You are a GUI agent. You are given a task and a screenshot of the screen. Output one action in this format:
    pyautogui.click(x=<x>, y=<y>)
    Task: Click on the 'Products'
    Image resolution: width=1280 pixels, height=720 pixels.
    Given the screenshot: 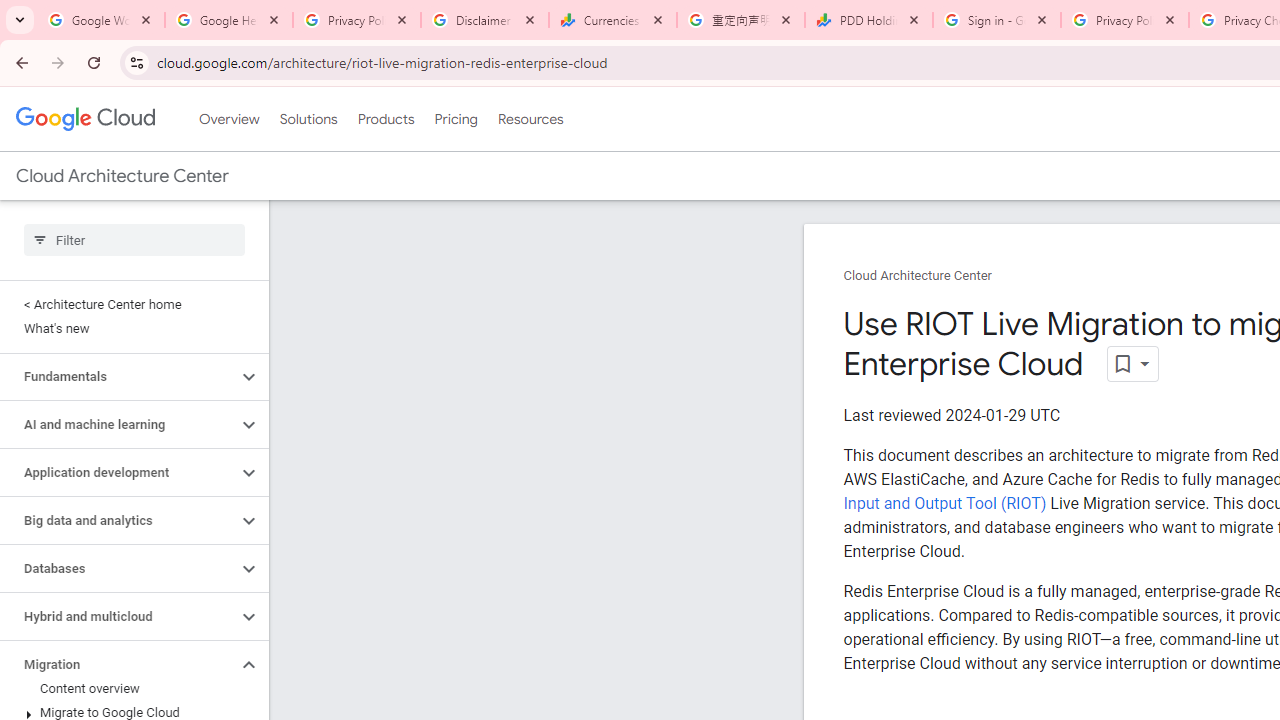 What is the action you would take?
    pyautogui.click(x=385, y=119)
    